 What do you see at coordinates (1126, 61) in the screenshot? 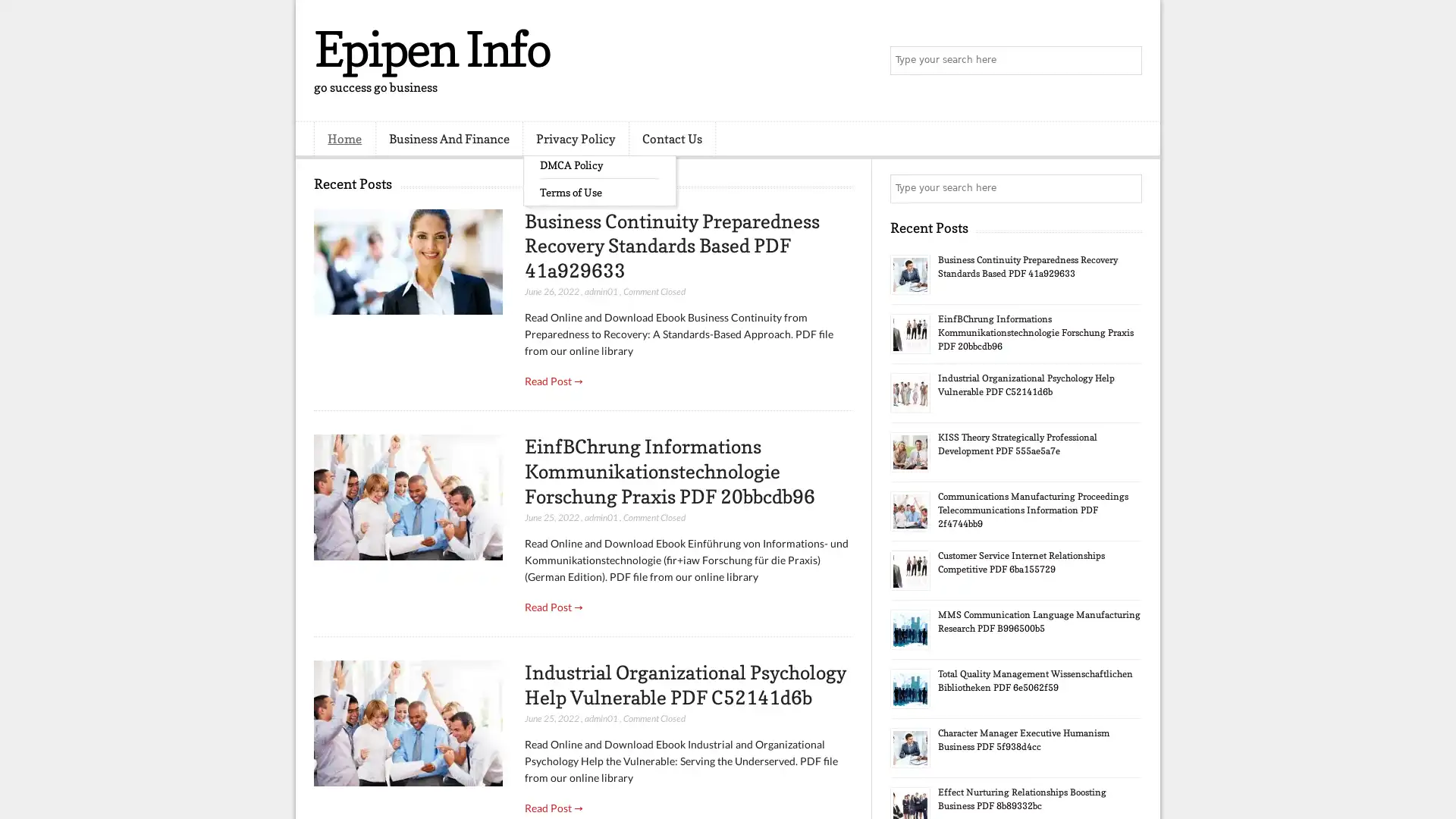
I see `Search` at bounding box center [1126, 61].